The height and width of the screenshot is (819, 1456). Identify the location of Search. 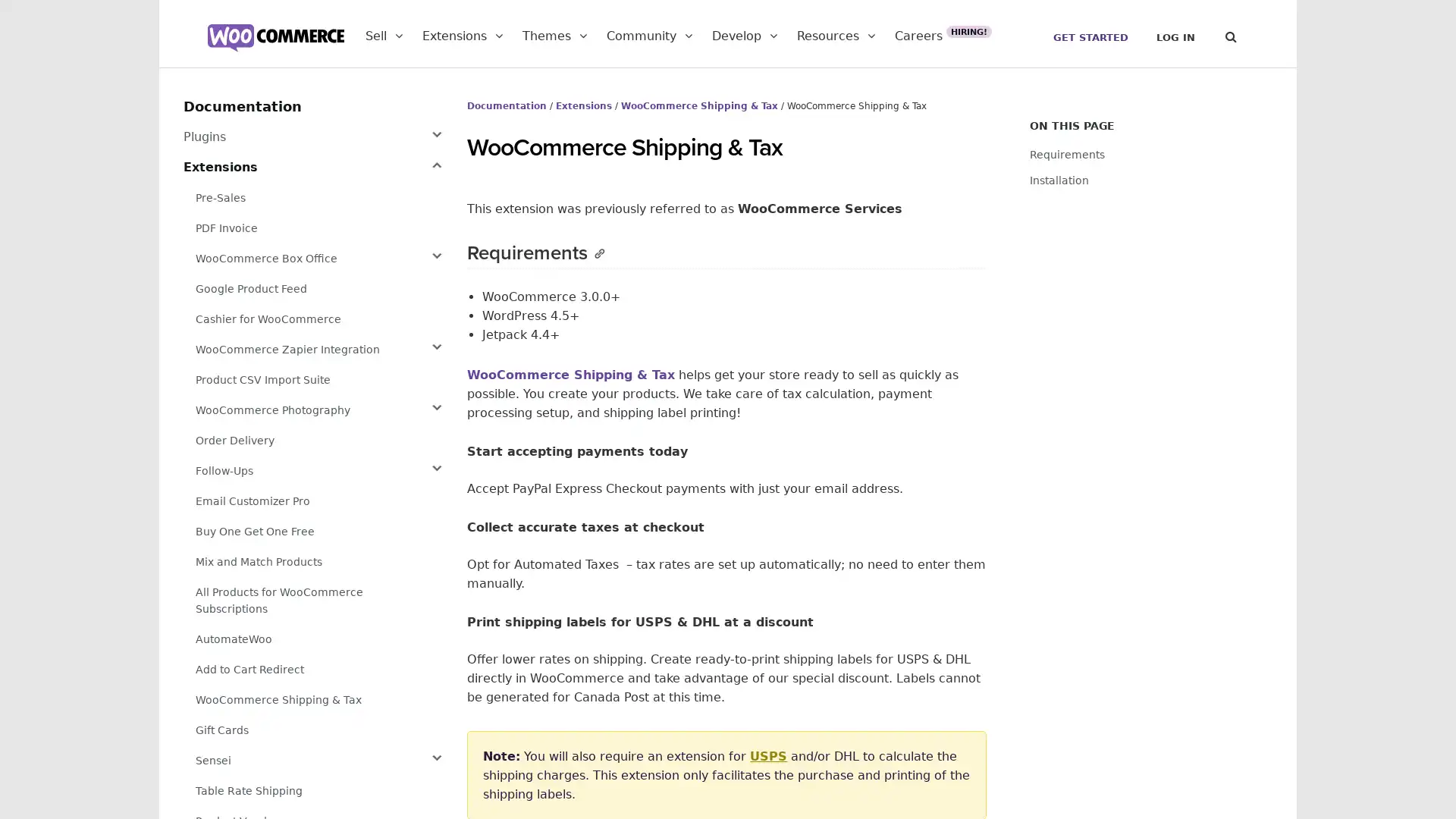
(1231, 36).